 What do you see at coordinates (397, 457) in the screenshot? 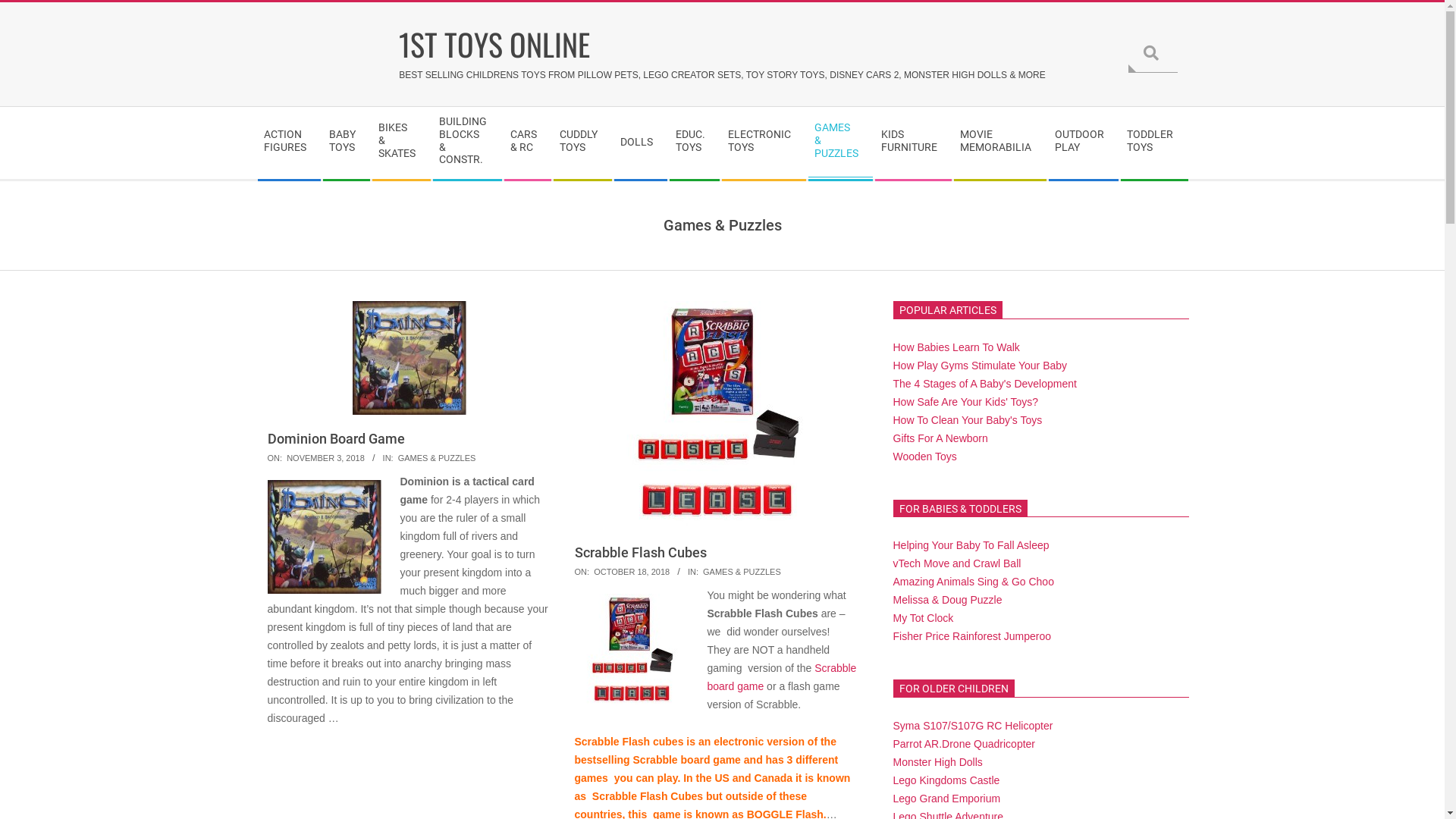
I see `'GAMES & PUZZLES'` at bounding box center [397, 457].